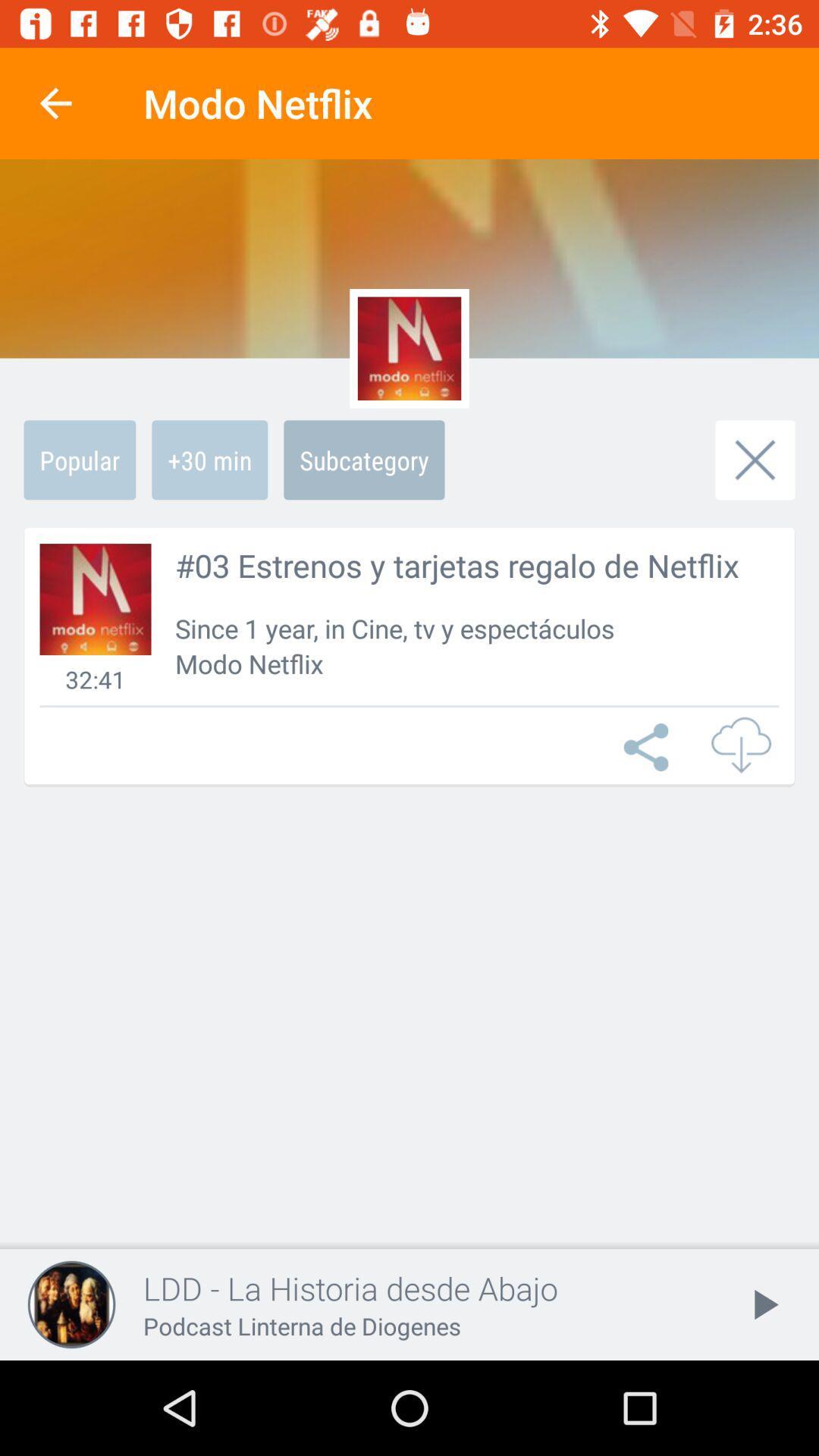 The height and width of the screenshot is (1456, 819). Describe the element at coordinates (763, 1304) in the screenshot. I see `the play icon` at that location.